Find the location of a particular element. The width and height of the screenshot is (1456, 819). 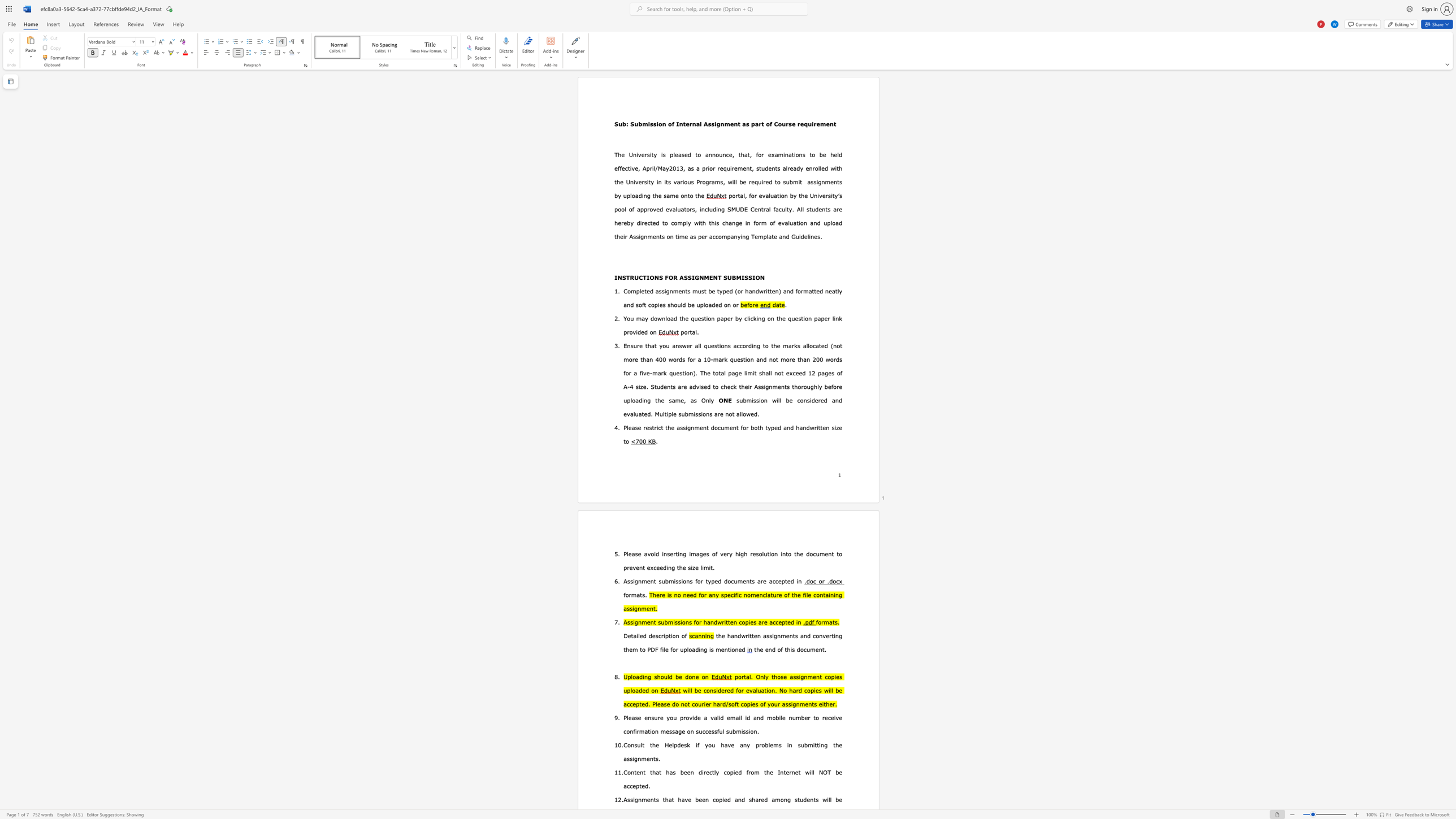

the subset text "nments." within the text "the assignments." is located at coordinates (637, 759).